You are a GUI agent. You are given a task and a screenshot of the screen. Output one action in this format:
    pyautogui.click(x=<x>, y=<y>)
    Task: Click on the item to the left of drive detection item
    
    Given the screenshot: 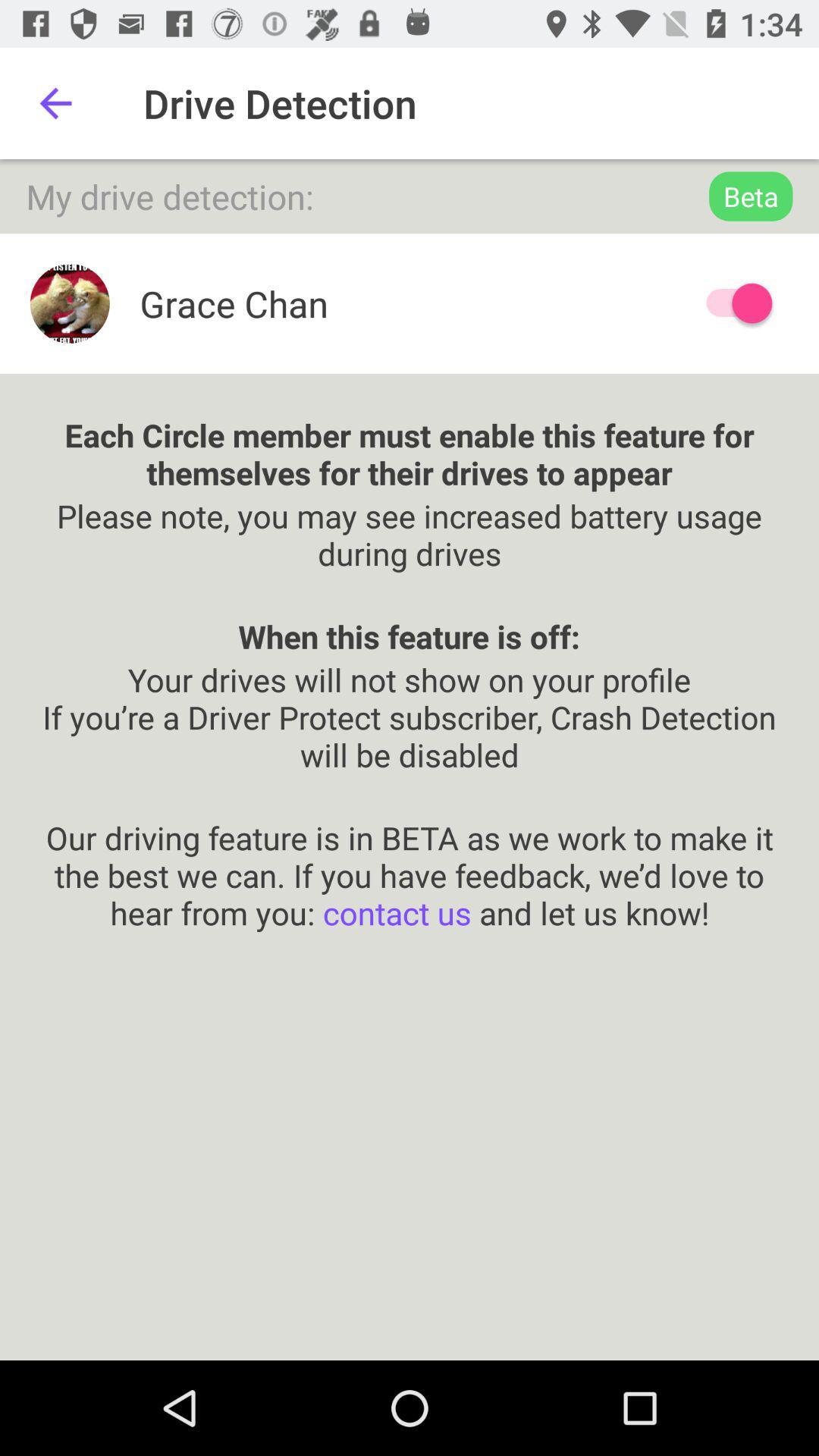 What is the action you would take?
    pyautogui.click(x=55, y=102)
    